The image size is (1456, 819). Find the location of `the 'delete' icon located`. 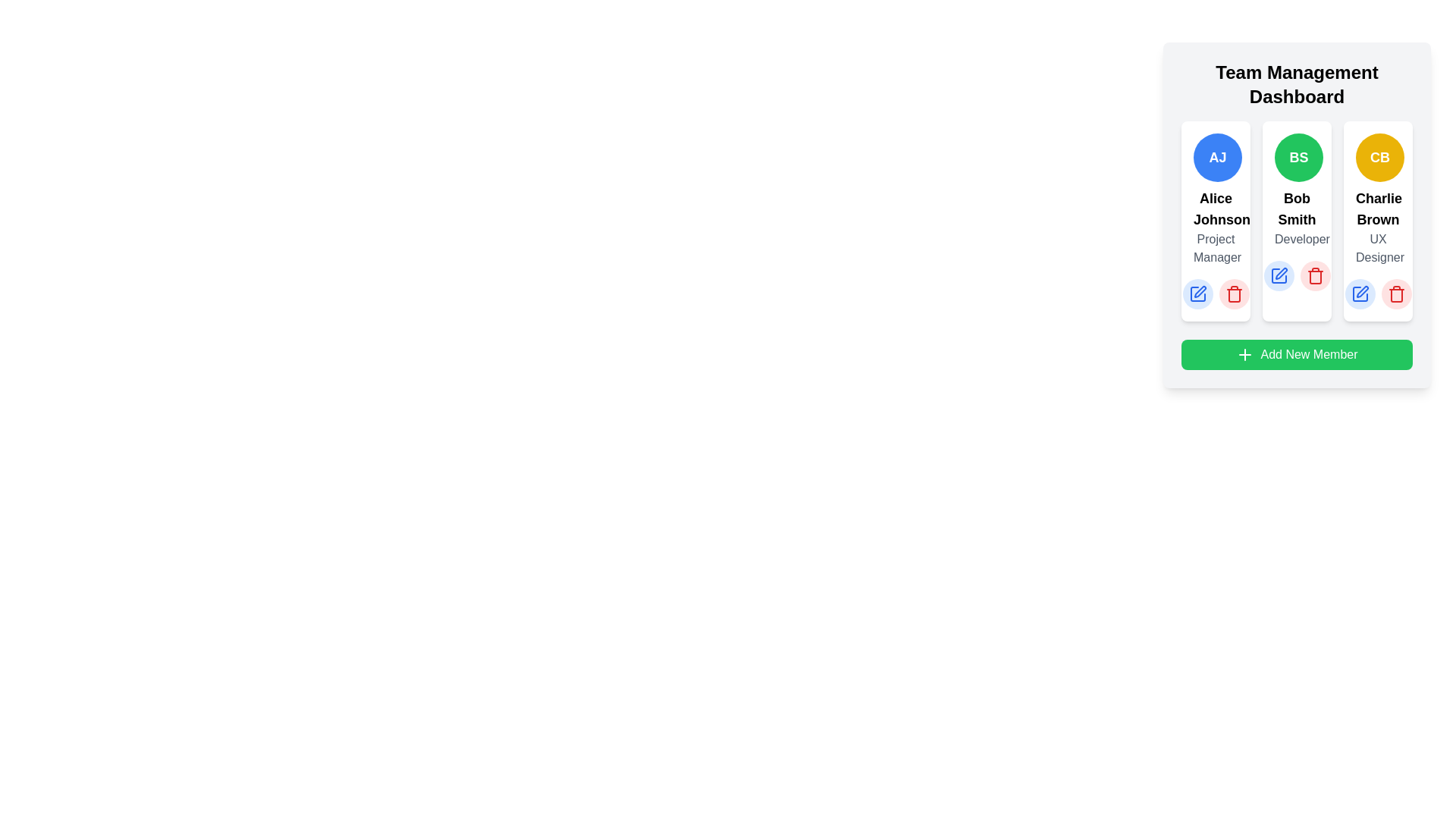

the 'delete' icon located is located at coordinates (1234, 294).